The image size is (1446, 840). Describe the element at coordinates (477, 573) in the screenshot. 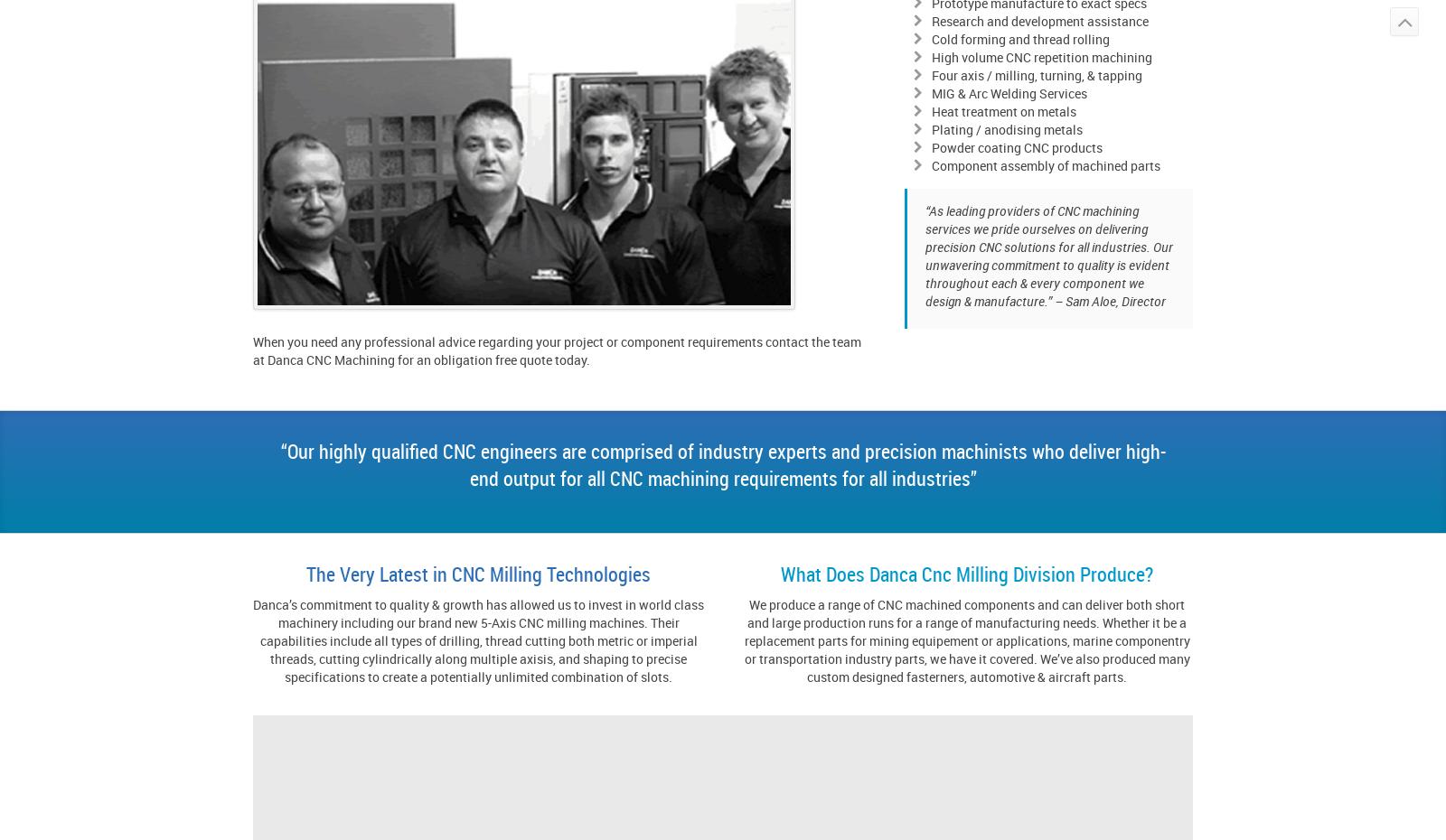

I see `'The Very Latest in CNC Milling Technologies'` at that location.